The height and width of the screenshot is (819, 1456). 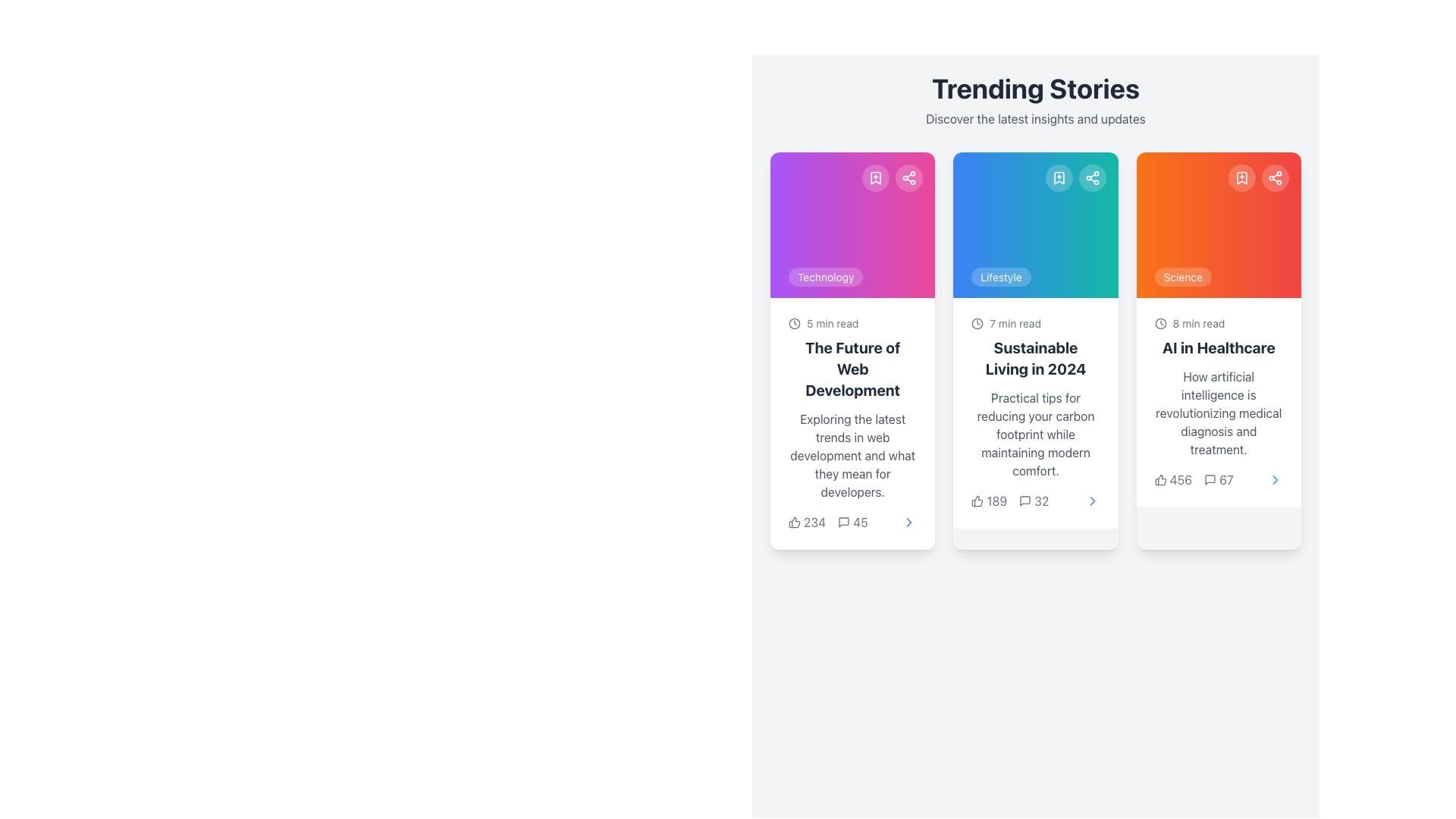 I want to click on the circular share button located at the top-right corner of the 'Sustainable Living in 2024' card to initiate sharing, so click(x=1092, y=177).